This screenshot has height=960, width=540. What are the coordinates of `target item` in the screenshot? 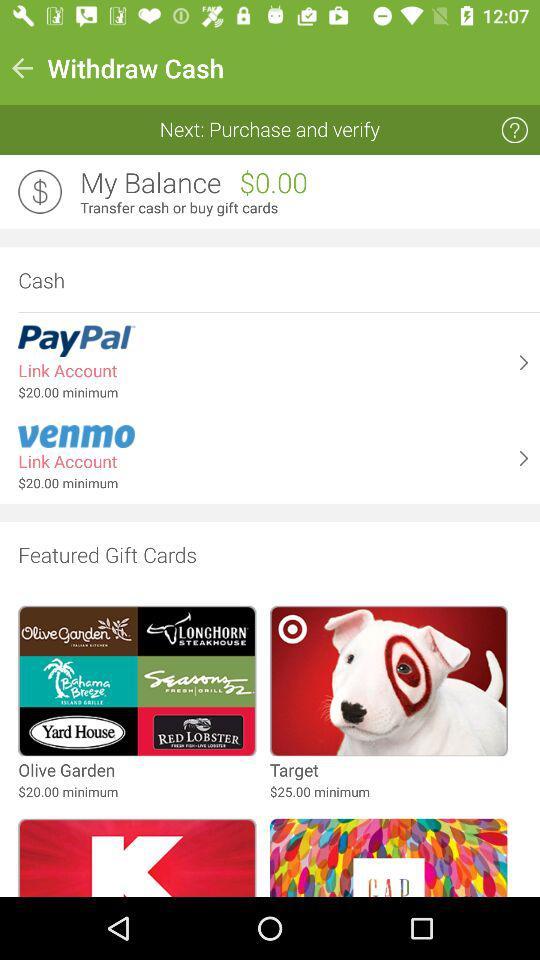 It's located at (293, 769).